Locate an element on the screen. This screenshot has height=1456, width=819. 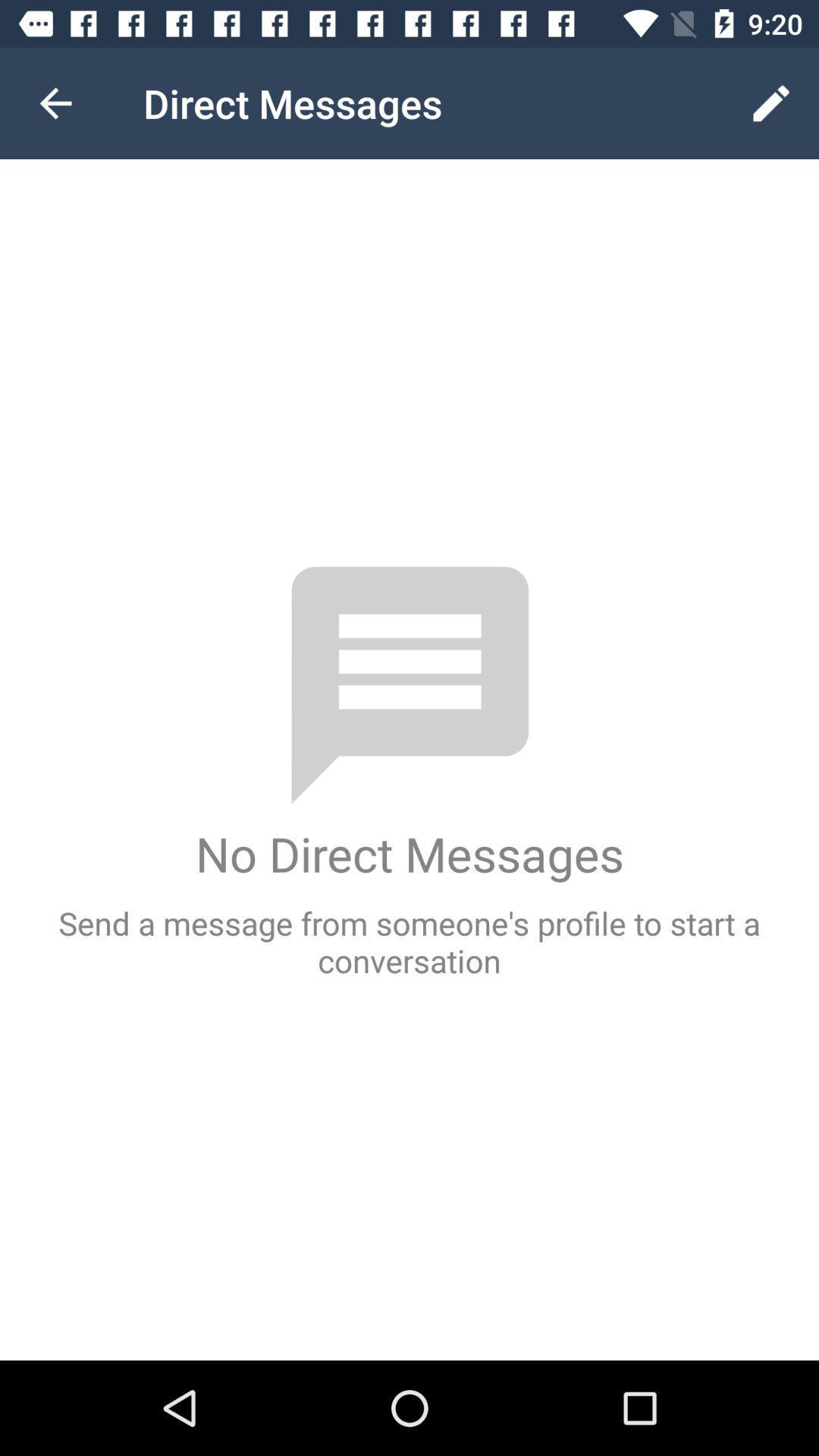
item at the top right corner is located at coordinates (771, 102).